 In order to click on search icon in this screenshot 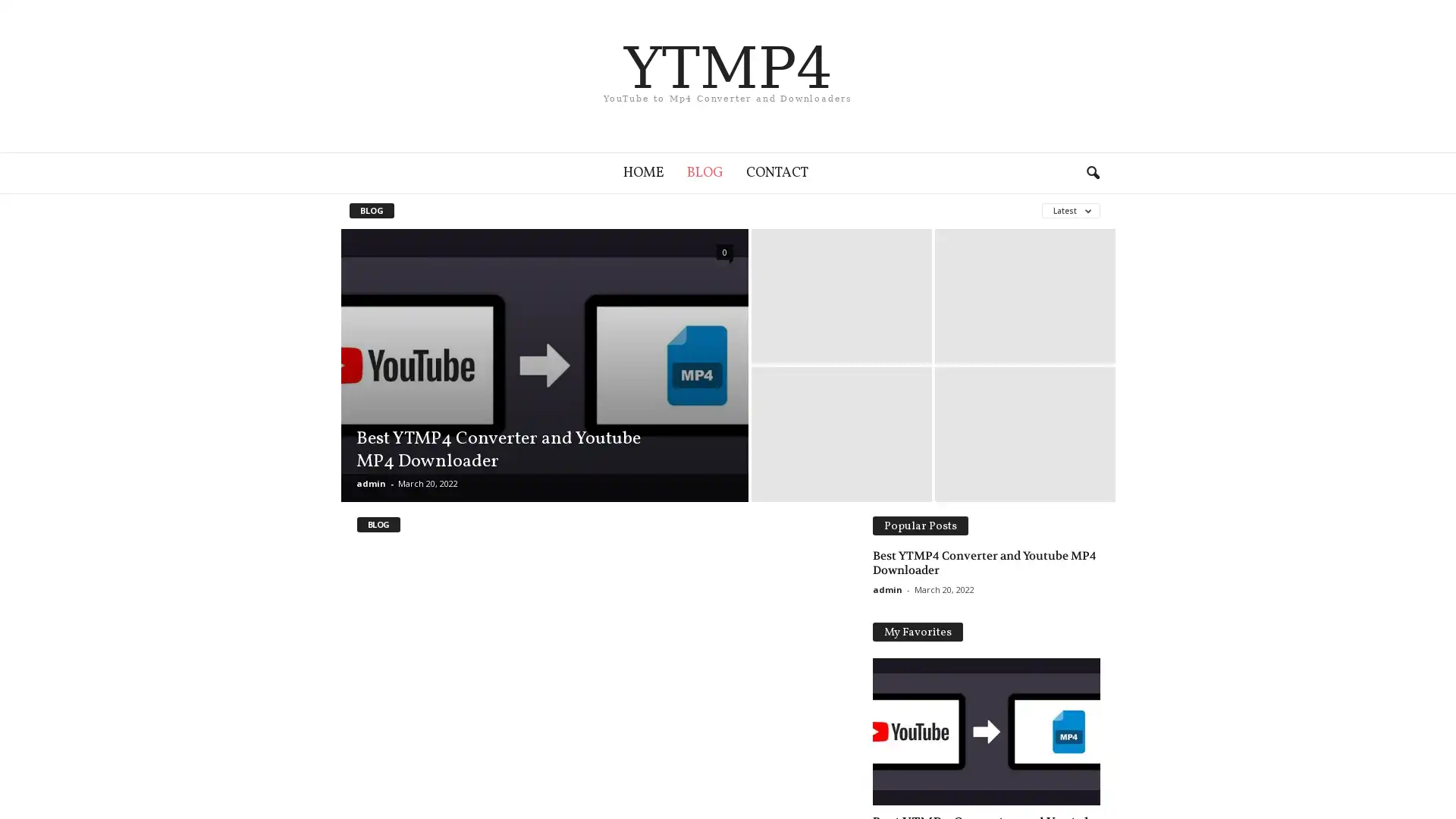, I will do `click(1092, 171)`.